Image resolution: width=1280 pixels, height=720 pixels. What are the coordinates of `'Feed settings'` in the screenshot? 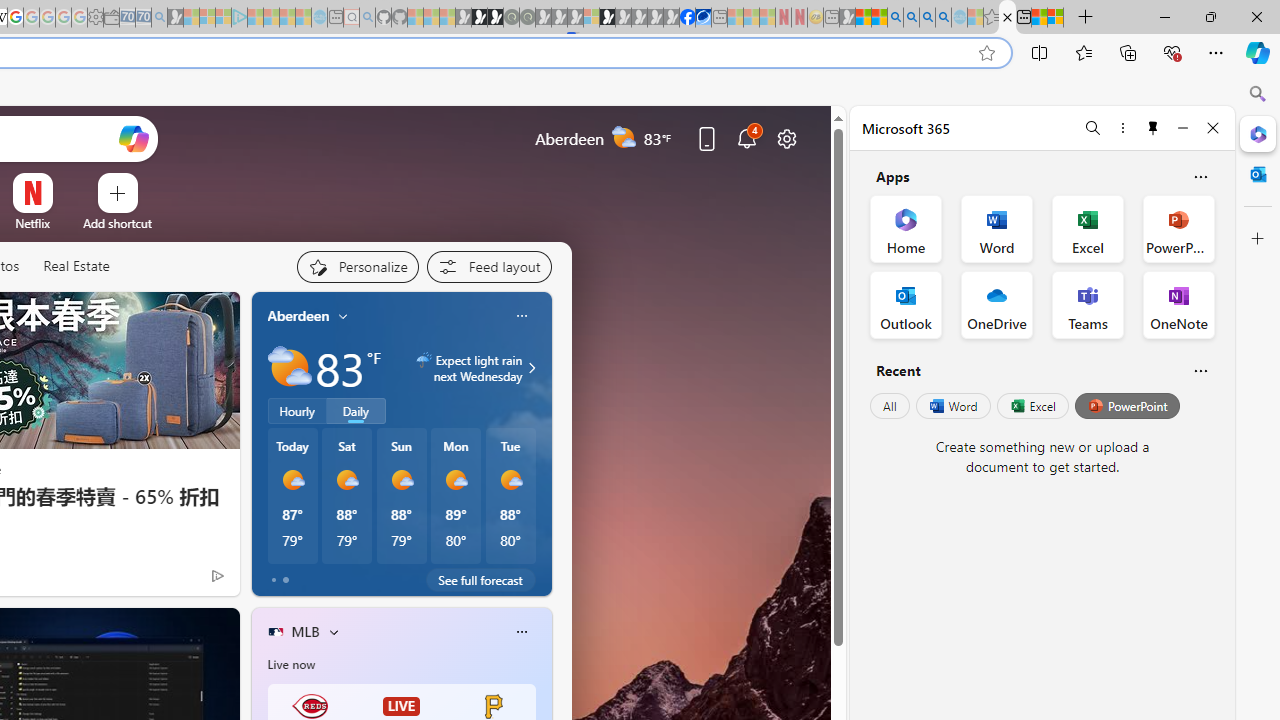 It's located at (488, 266).